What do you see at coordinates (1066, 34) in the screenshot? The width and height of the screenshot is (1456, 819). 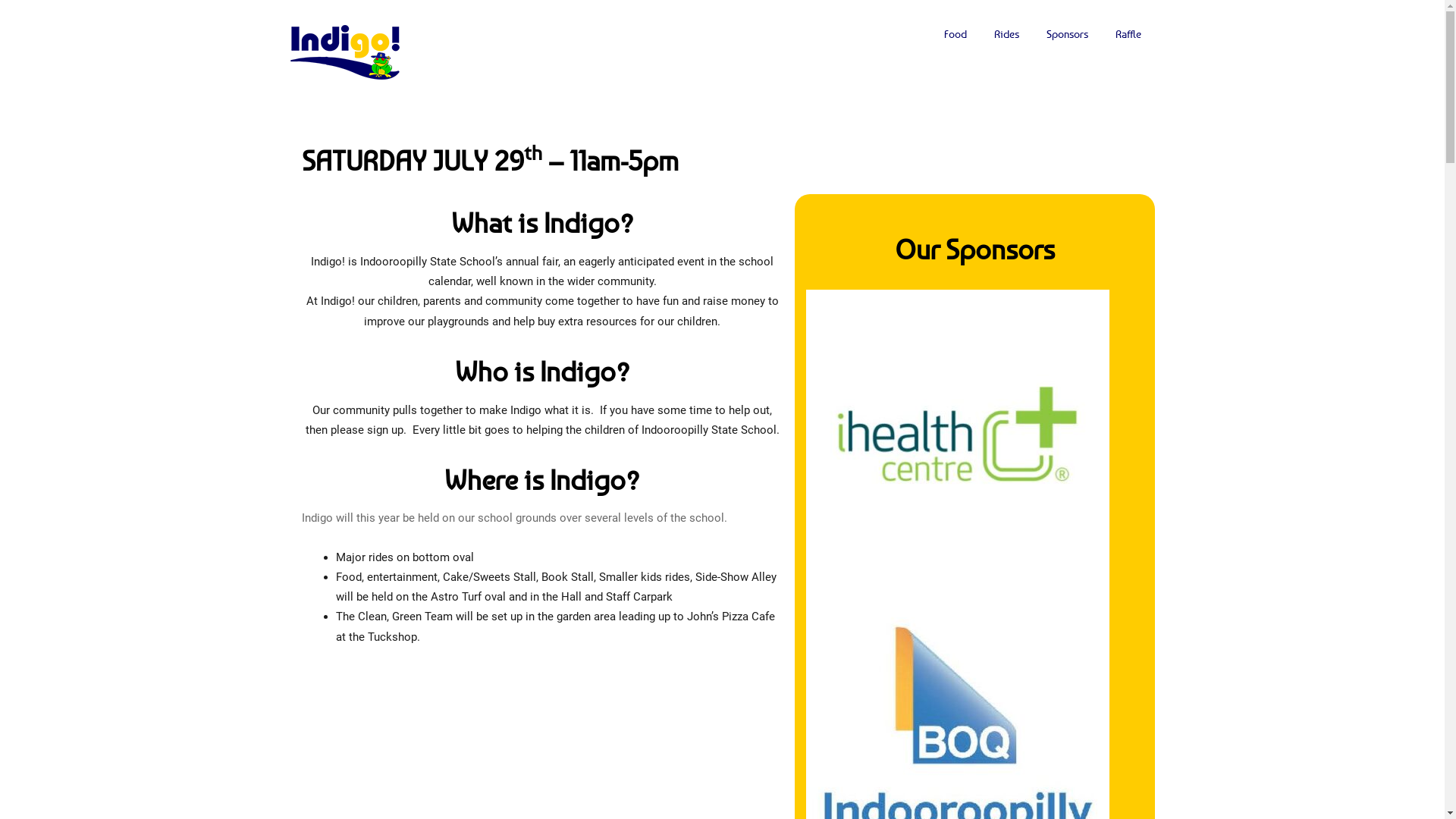 I see `'Sponsors'` at bounding box center [1066, 34].